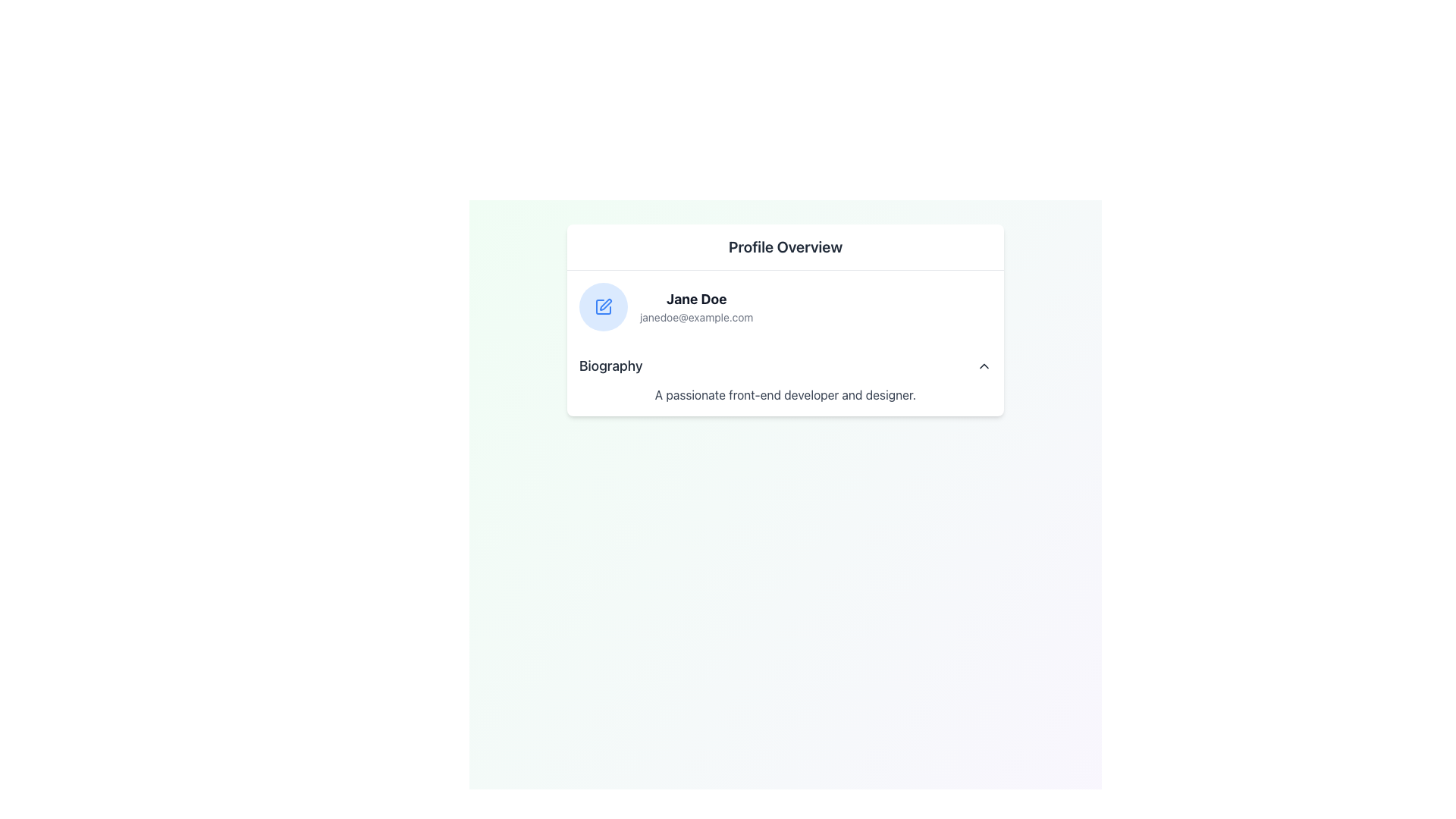 The image size is (1456, 819). I want to click on the 'Biography' text label, which is a bold, black font located on the left side of the horizontal section at the top of the 'Biography' section, so click(610, 366).